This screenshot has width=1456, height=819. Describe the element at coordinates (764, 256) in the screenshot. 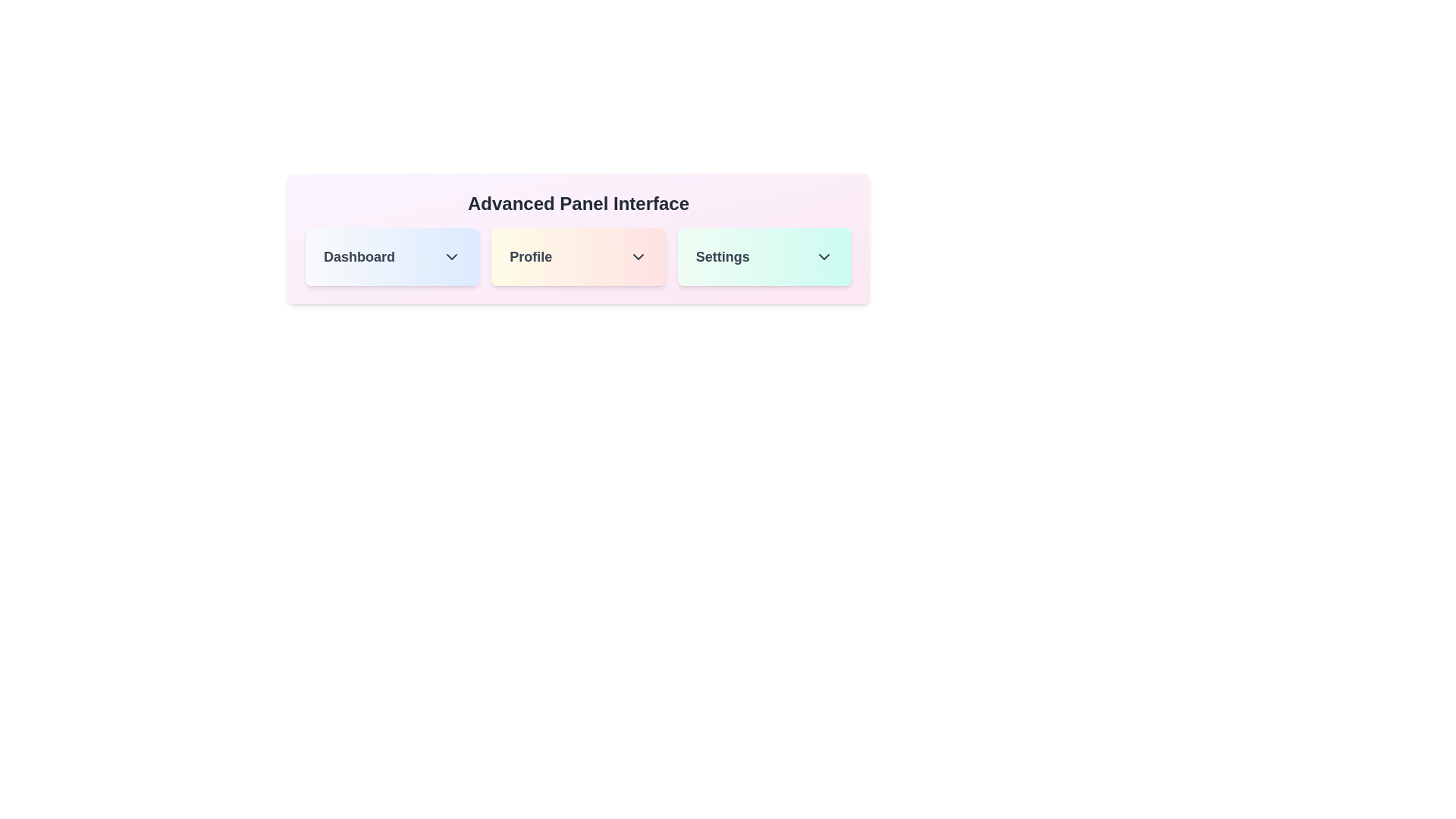

I see `the expanded grid item corresponding to Settings to collapse it` at that location.